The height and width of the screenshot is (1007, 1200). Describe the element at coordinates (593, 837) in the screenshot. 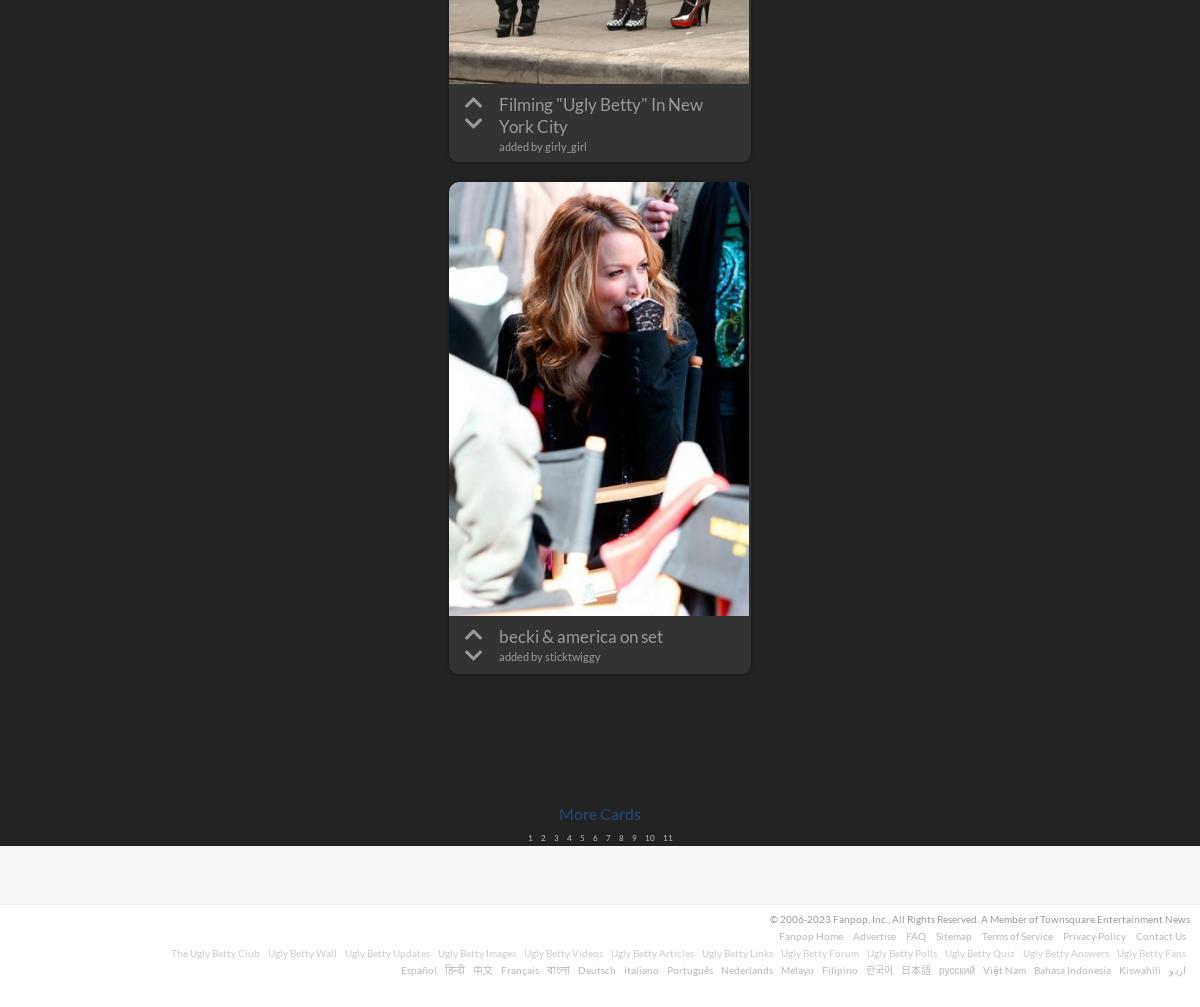

I see `'6'` at that location.